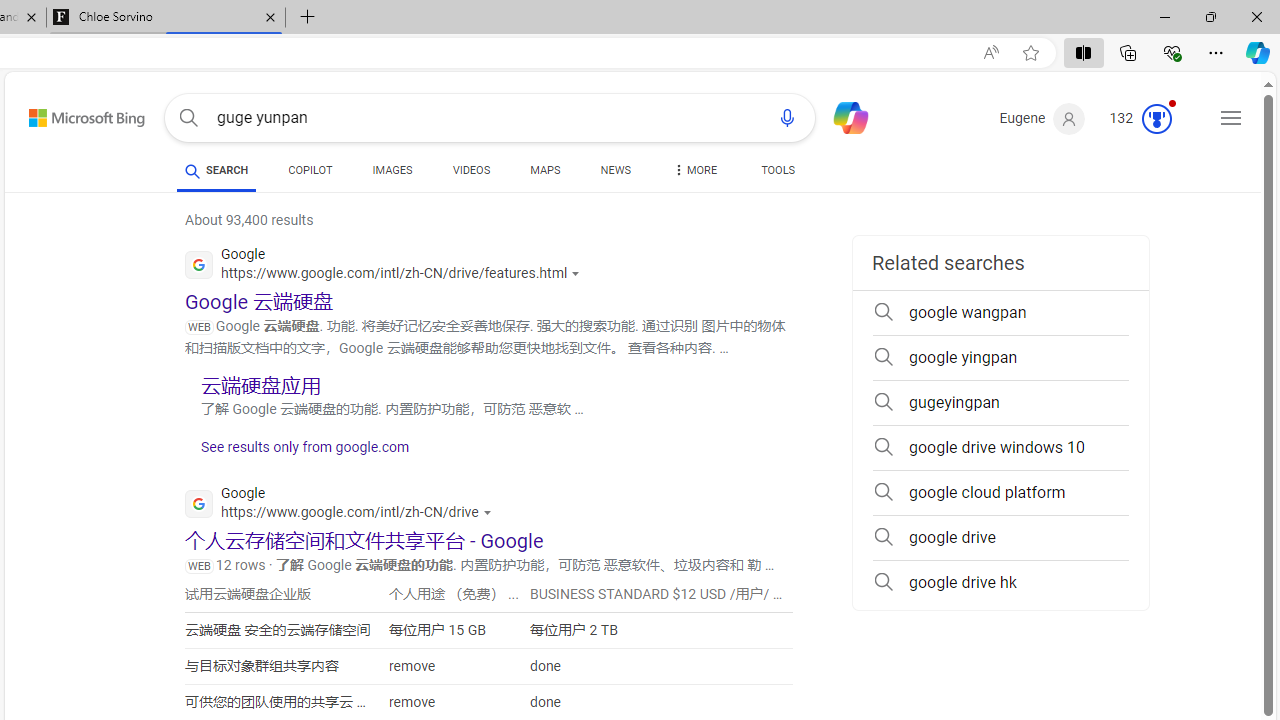  Describe the element at coordinates (392, 172) in the screenshot. I see `'IMAGES'` at that location.